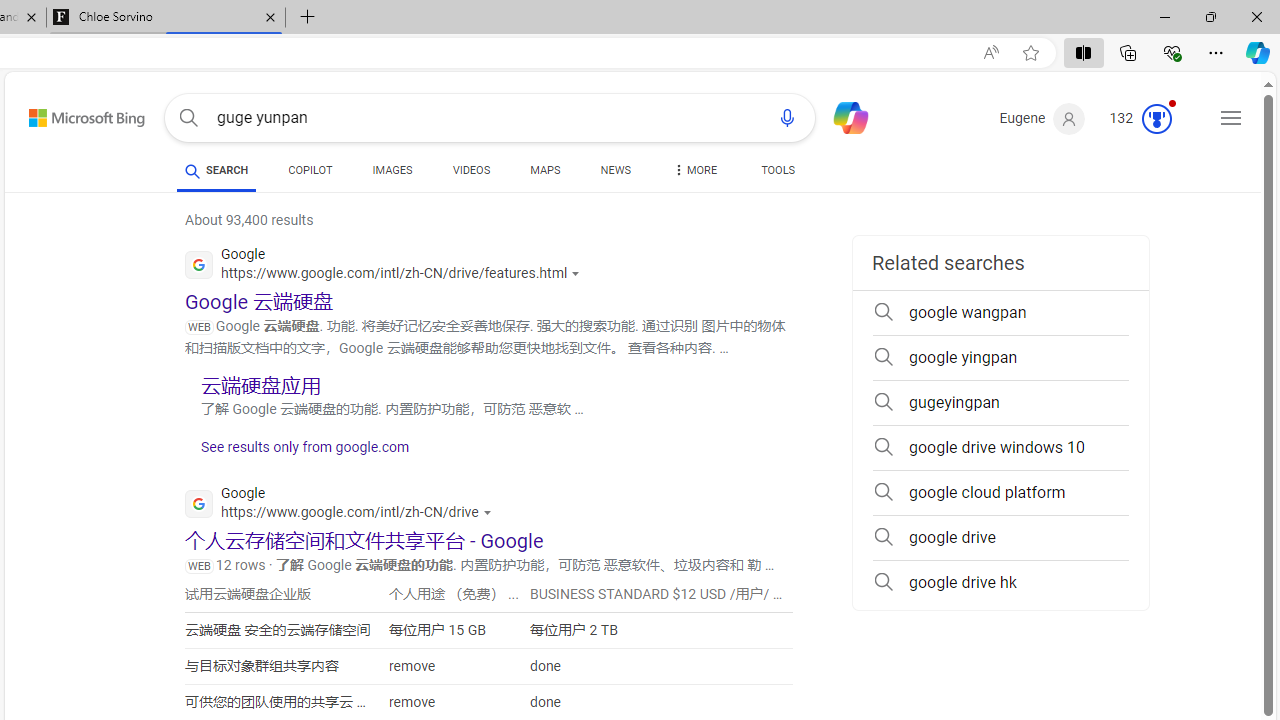  Describe the element at coordinates (392, 172) in the screenshot. I see `'IMAGES'` at that location.